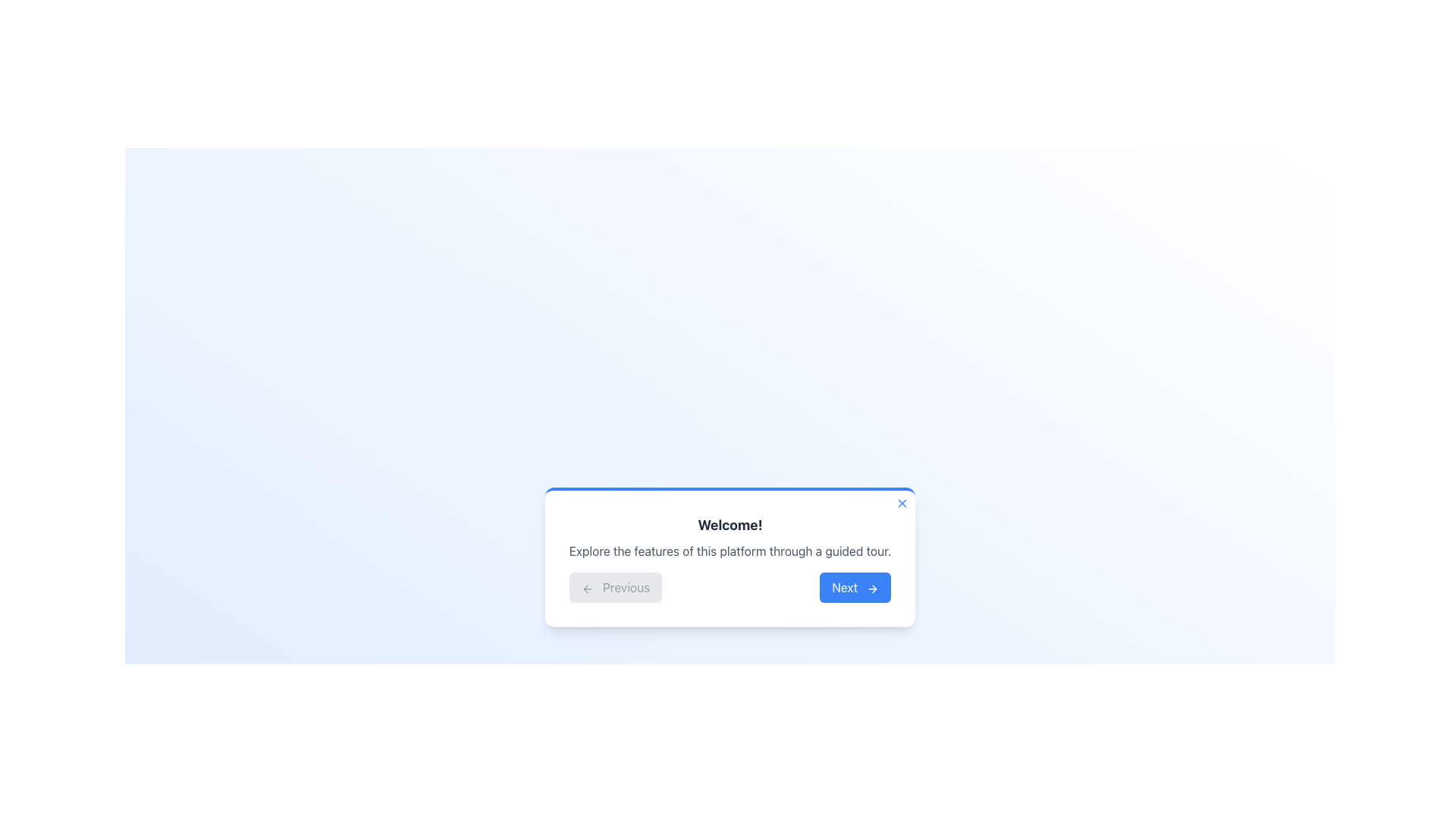  Describe the element at coordinates (874, 588) in the screenshot. I see `the arrow icon located within the blue 'Next' button at the bottom-right side of the dialog` at that location.